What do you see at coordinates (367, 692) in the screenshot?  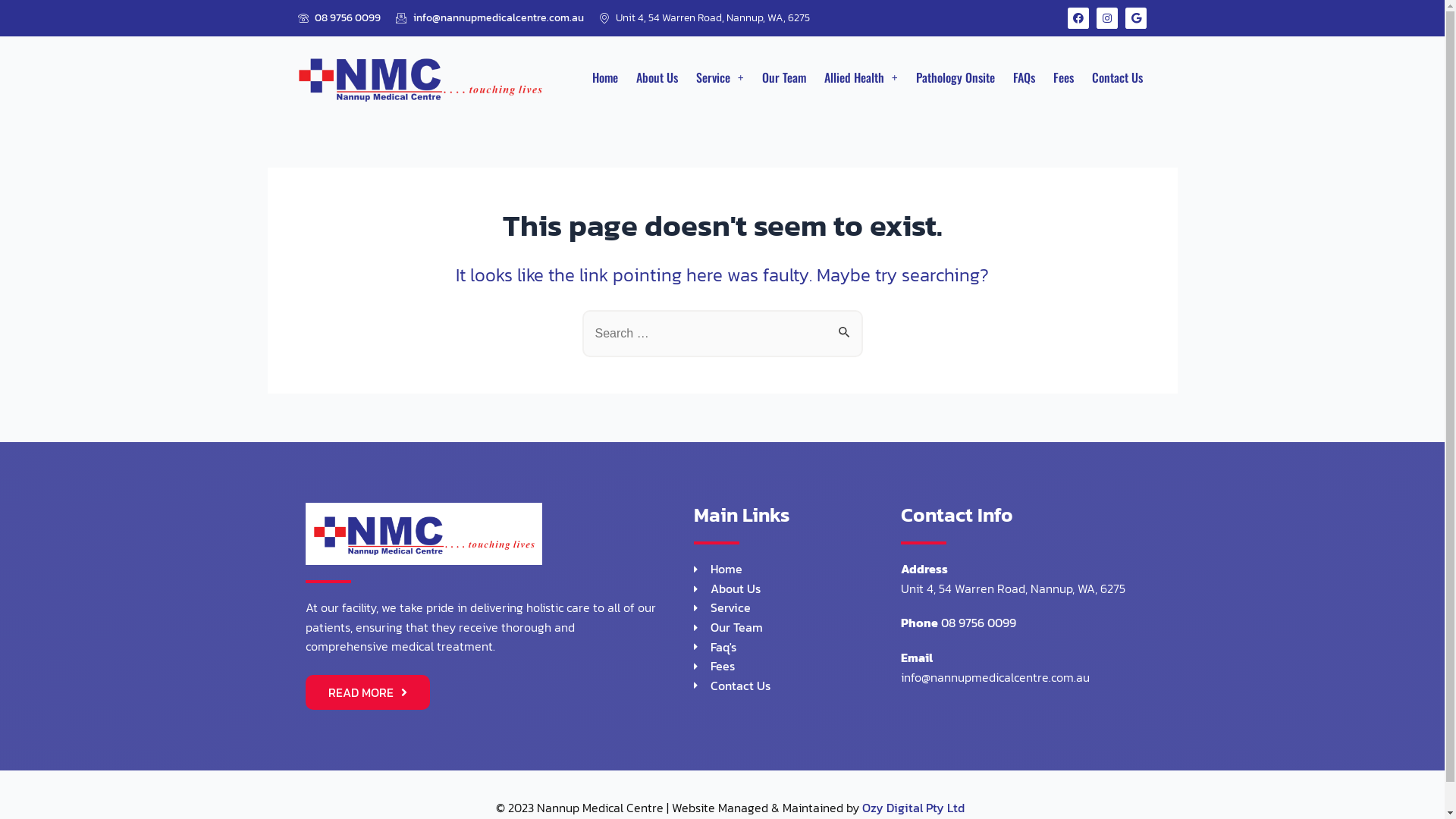 I see `'READ MORE'` at bounding box center [367, 692].